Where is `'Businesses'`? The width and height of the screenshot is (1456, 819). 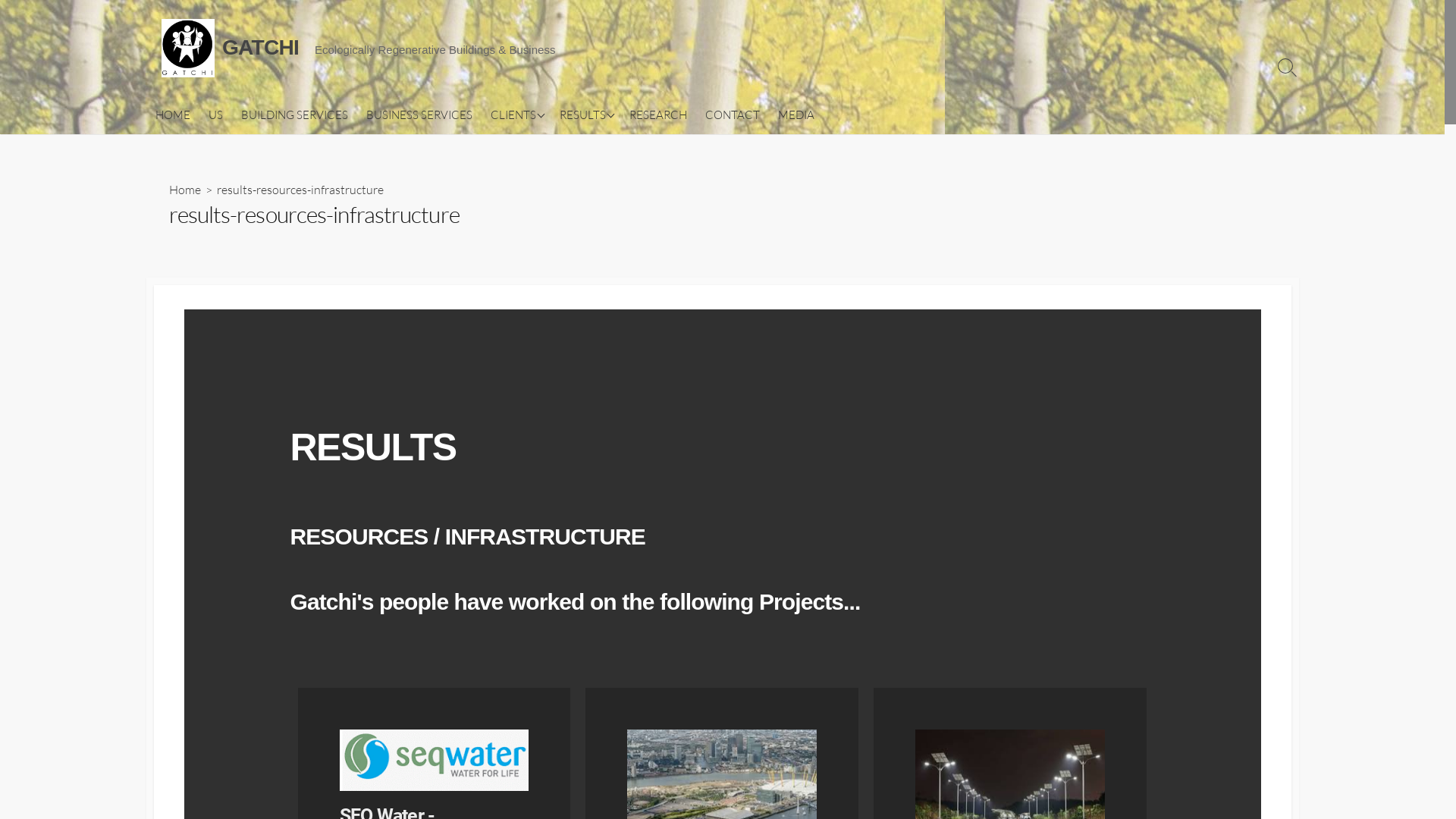
'Businesses' is located at coordinates (556, 248).